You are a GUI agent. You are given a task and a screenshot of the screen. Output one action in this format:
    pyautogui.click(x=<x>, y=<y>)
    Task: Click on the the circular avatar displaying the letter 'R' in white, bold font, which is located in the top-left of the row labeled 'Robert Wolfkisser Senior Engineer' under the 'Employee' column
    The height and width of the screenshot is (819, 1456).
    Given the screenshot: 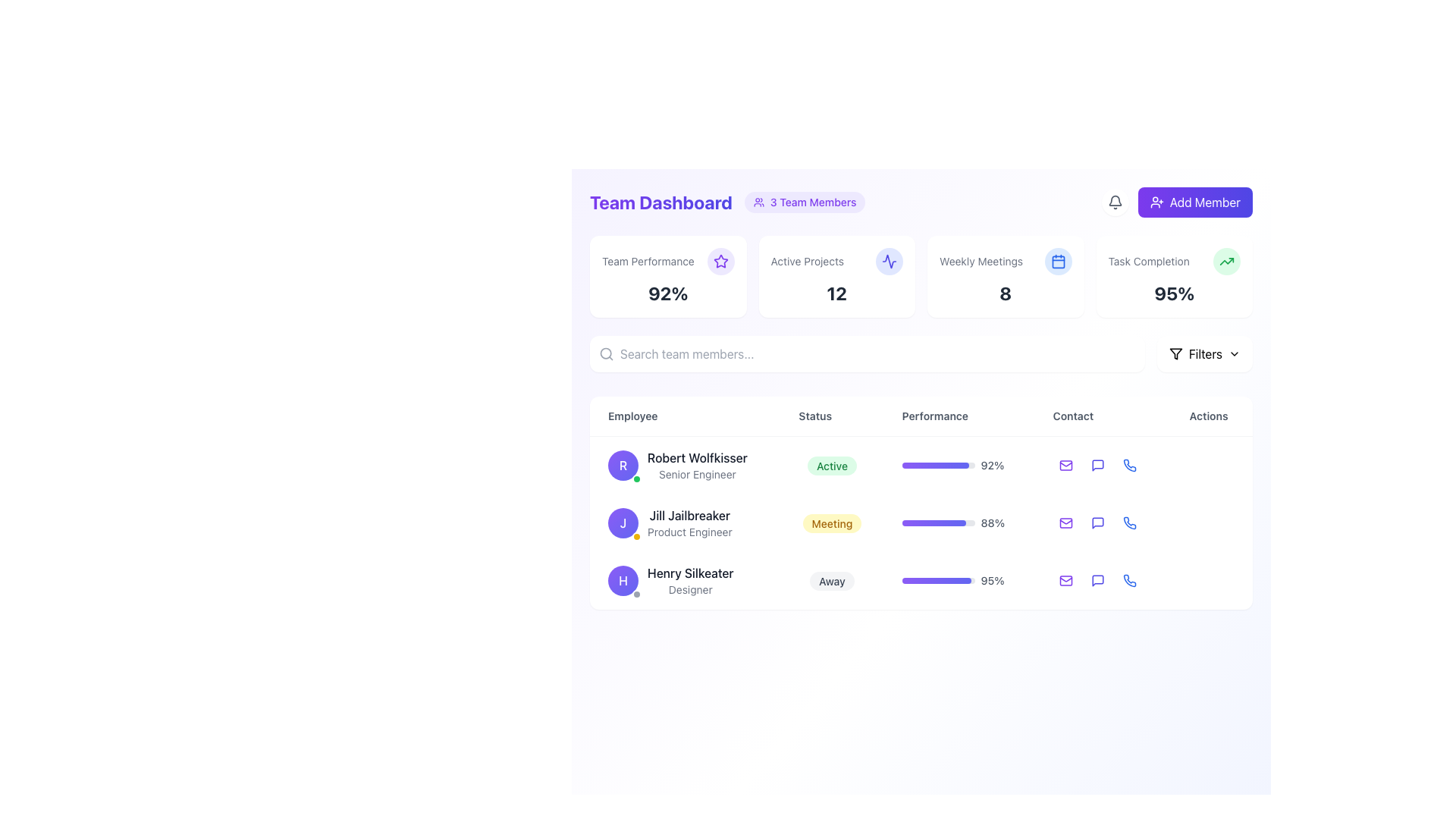 What is the action you would take?
    pyautogui.click(x=623, y=464)
    